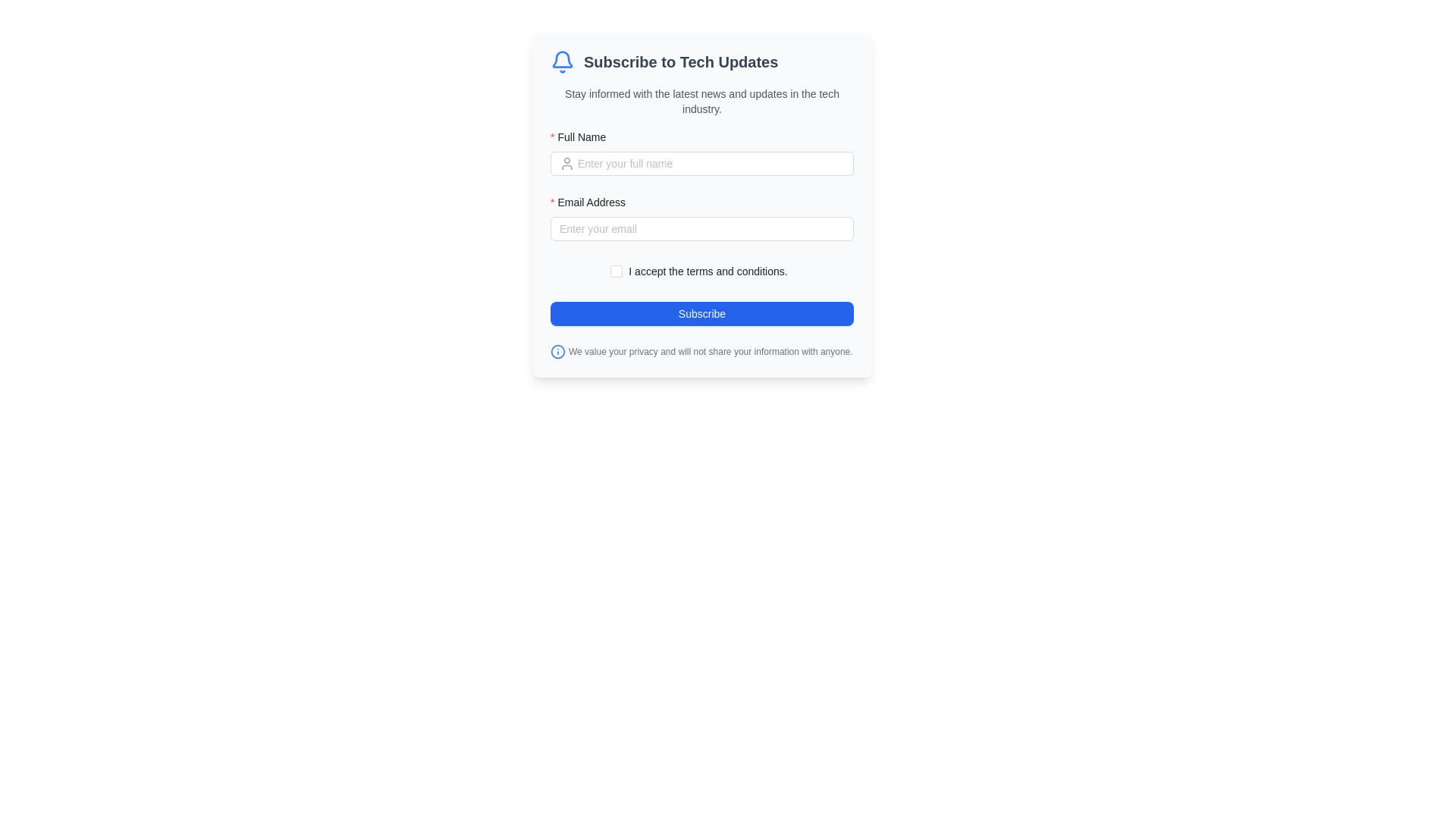 The width and height of the screenshot is (1456, 819). What do you see at coordinates (701, 228) in the screenshot?
I see `the email address input field located below the 'Full Name' field to focus on it` at bounding box center [701, 228].